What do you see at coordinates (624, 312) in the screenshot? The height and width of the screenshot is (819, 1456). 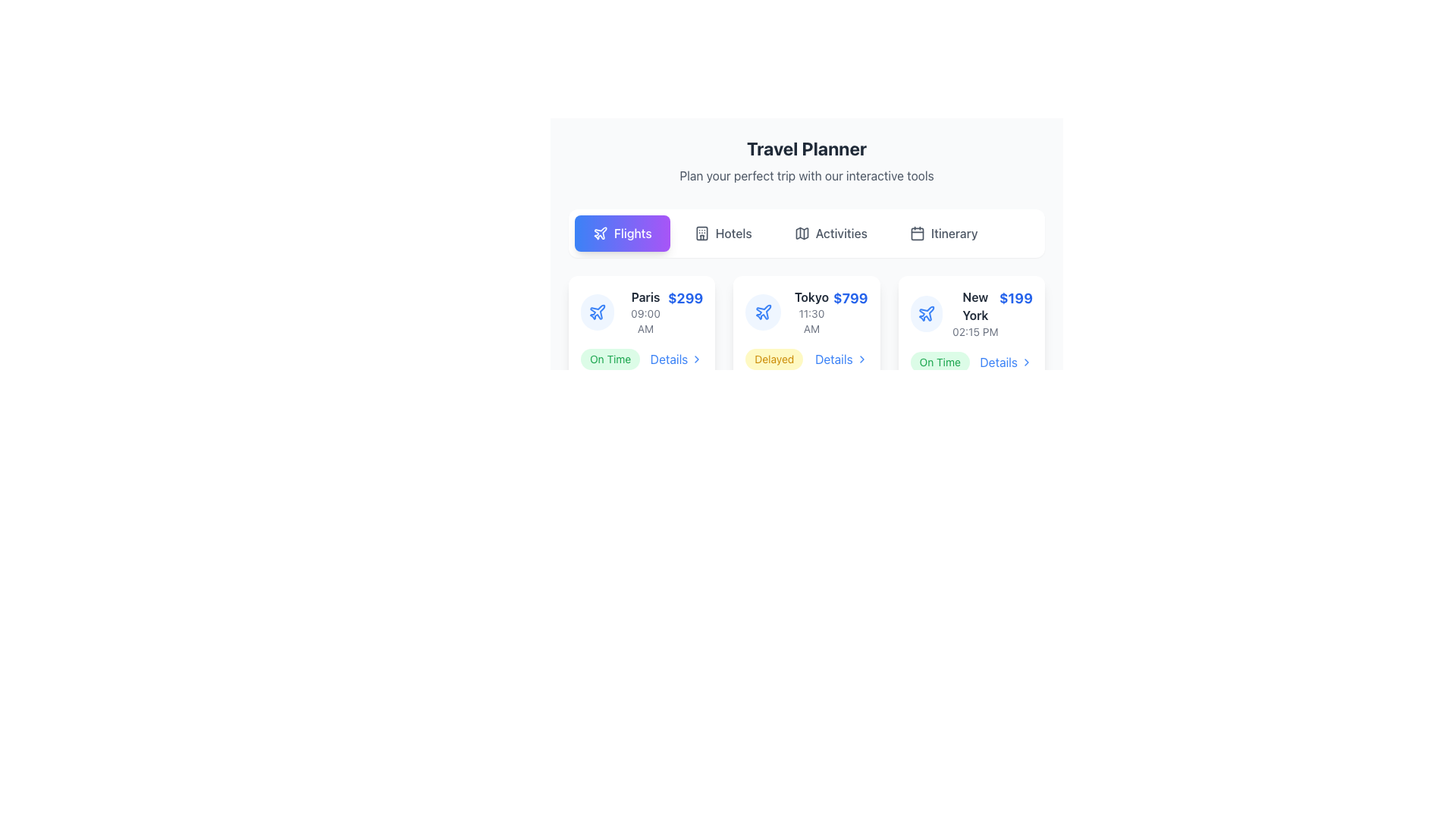 I see `informational text display element showing 'Paris' and the time '09:00 AM', which is located in the first column of flight information elements` at bounding box center [624, 312].